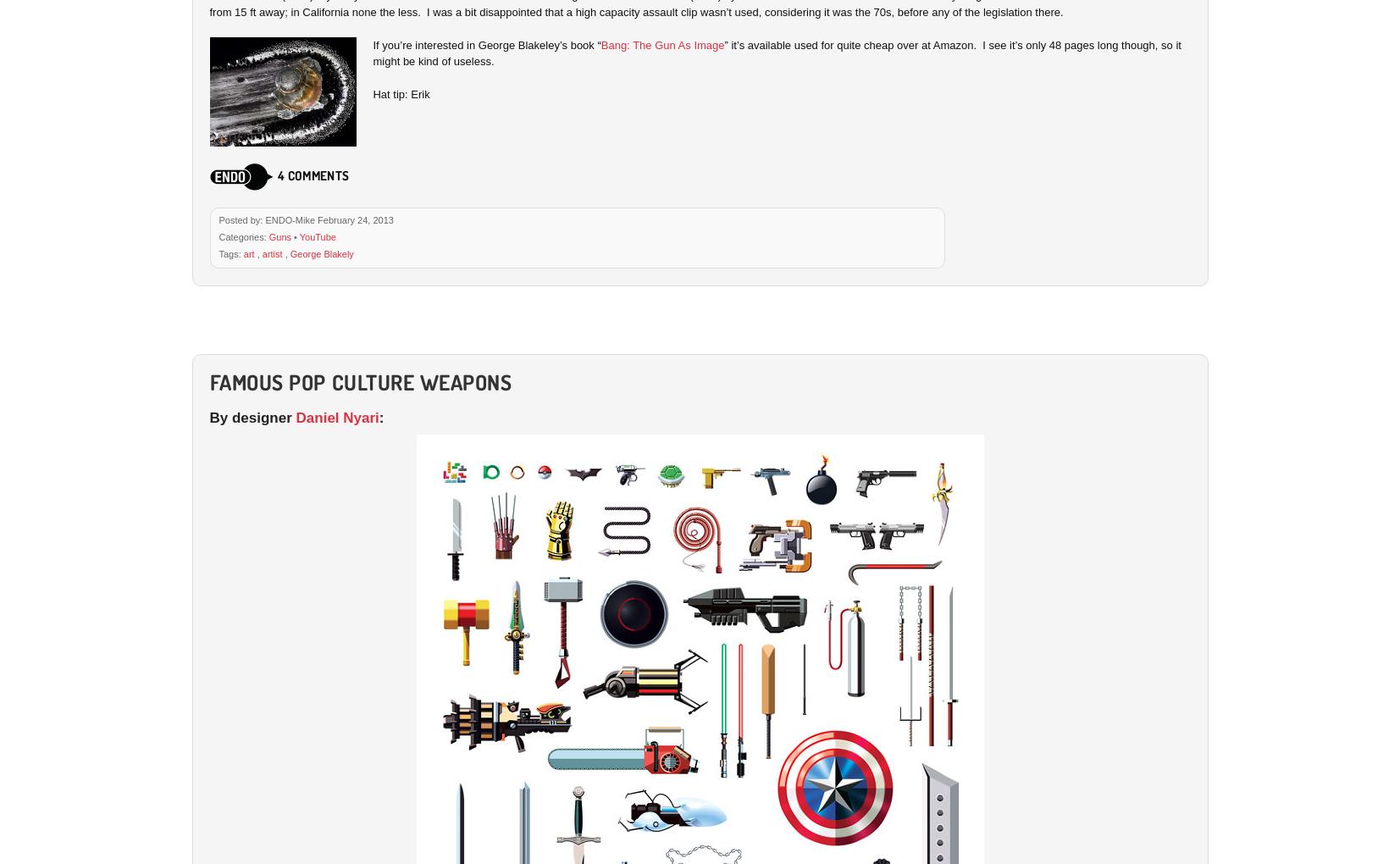 This screenshot has width=1400, height=864. I want to click on 'Daniel Nyari', so click(336, 418).